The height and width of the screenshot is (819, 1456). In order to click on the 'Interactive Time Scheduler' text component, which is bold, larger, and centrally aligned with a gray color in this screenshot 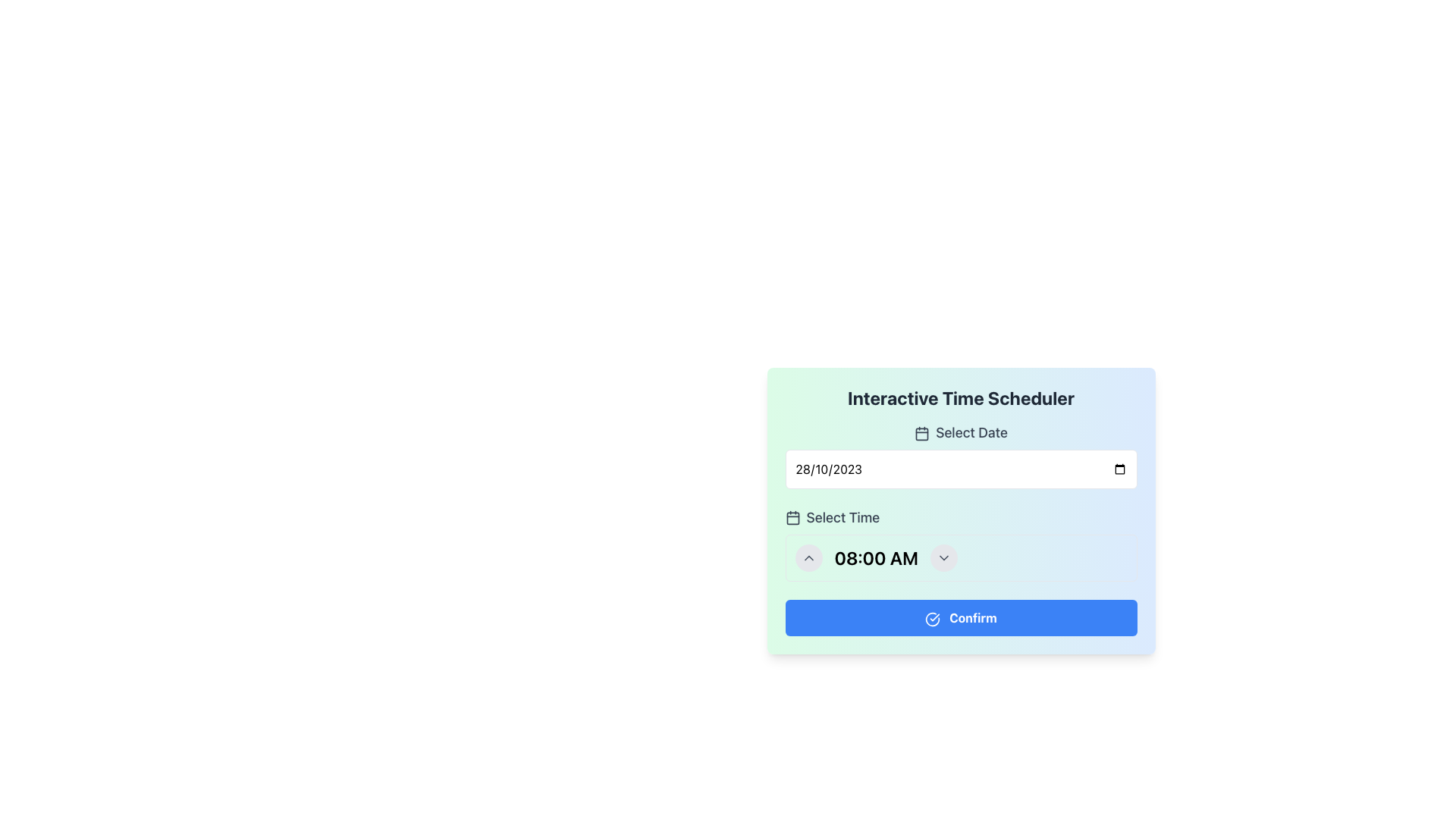, I will do `click(960, 397)`.